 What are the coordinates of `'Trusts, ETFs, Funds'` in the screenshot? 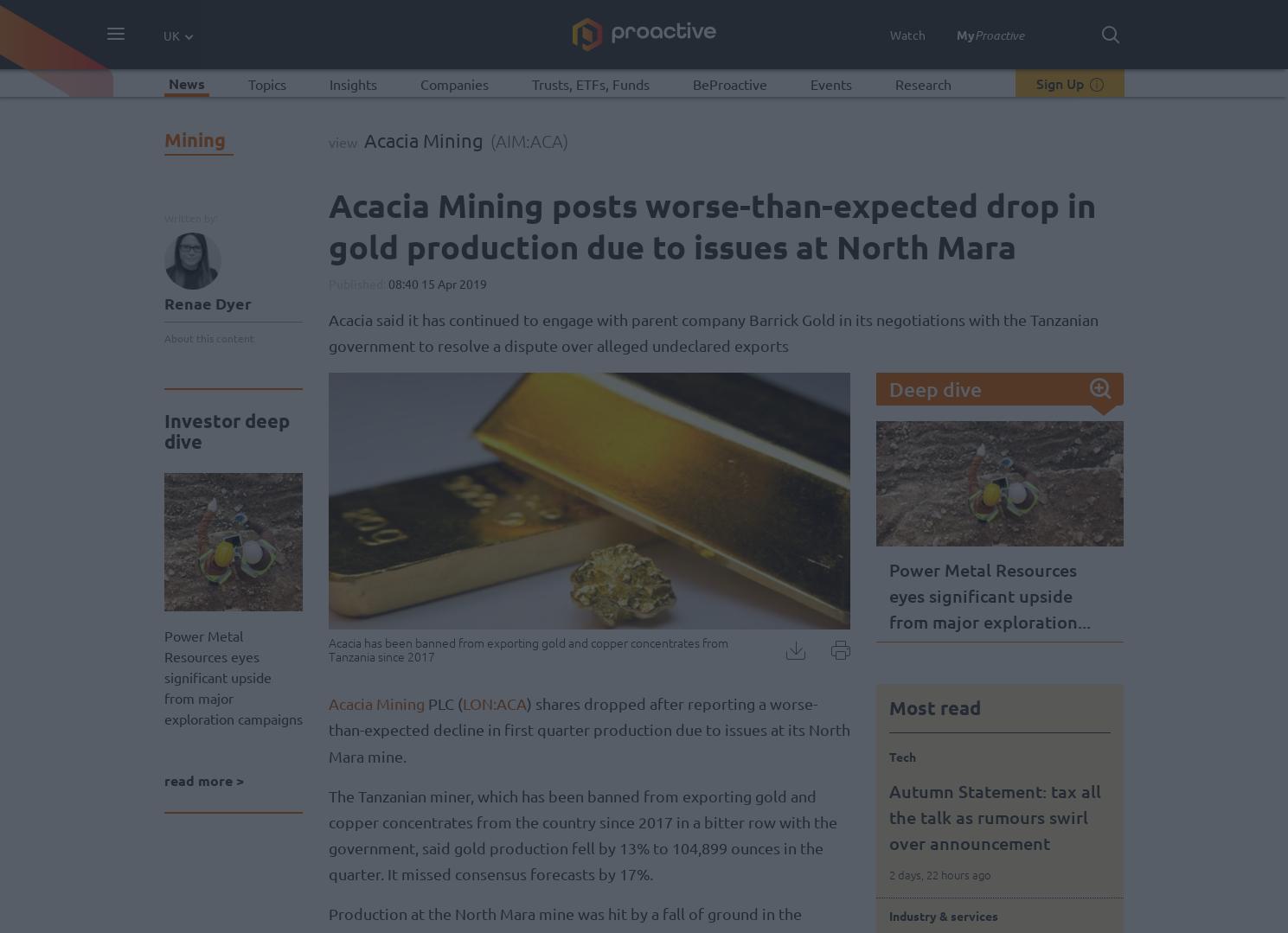 It's located at (588, 84).